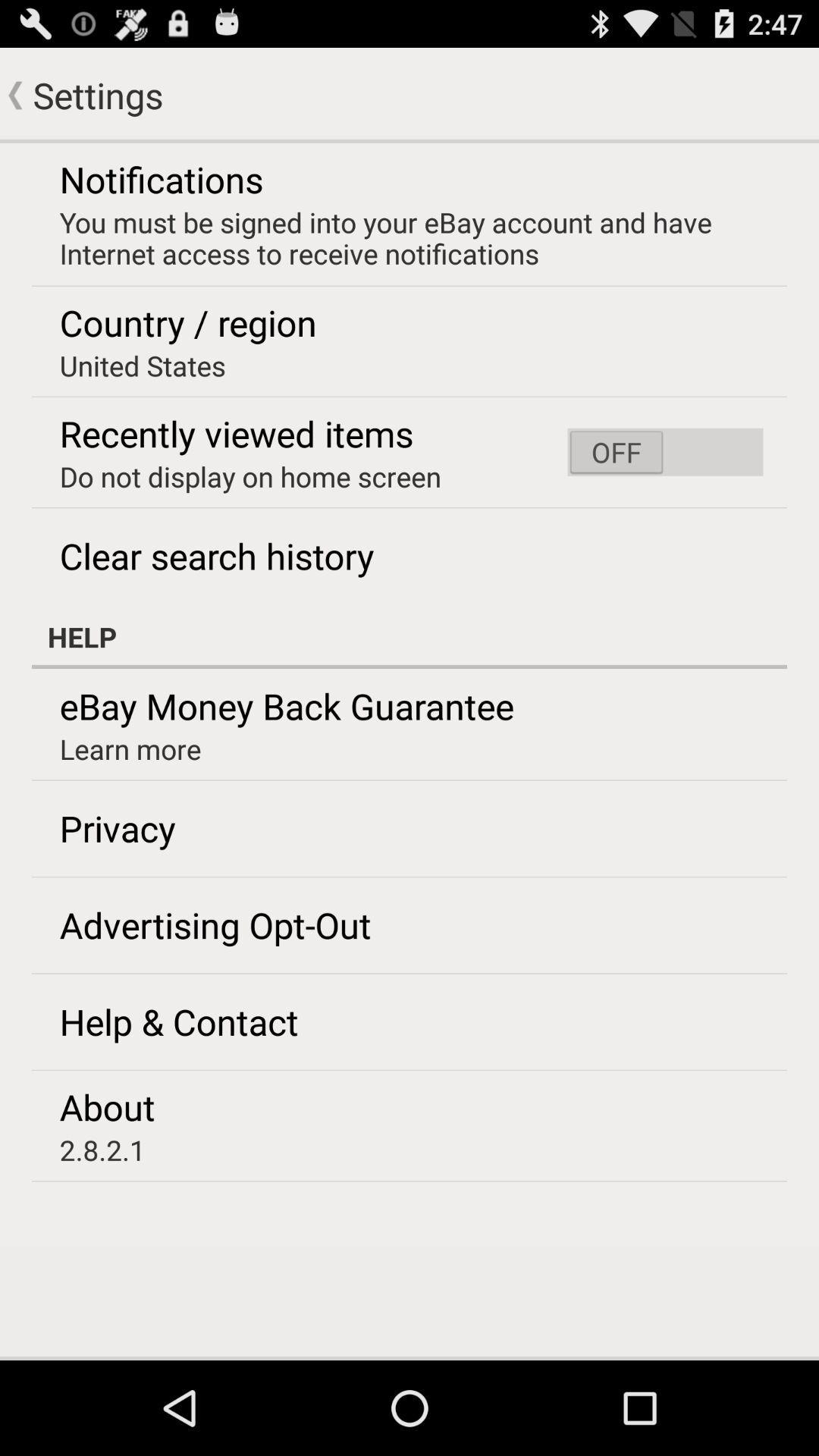  I want to click on item above the do not display item, so click(237, 432).